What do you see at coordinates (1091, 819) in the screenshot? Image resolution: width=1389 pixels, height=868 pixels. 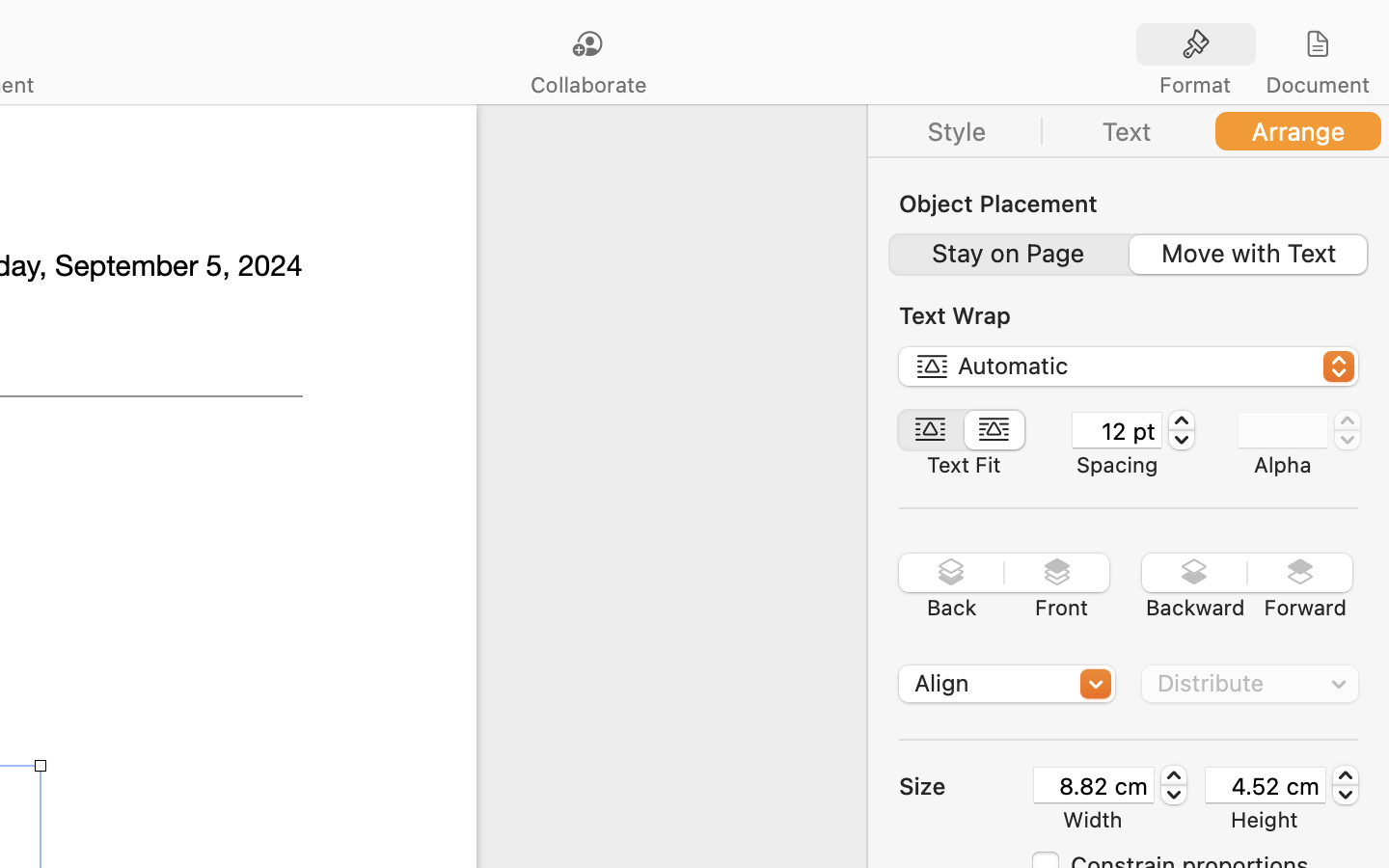 I see `'Width'` at bounding box center [1091, 819].